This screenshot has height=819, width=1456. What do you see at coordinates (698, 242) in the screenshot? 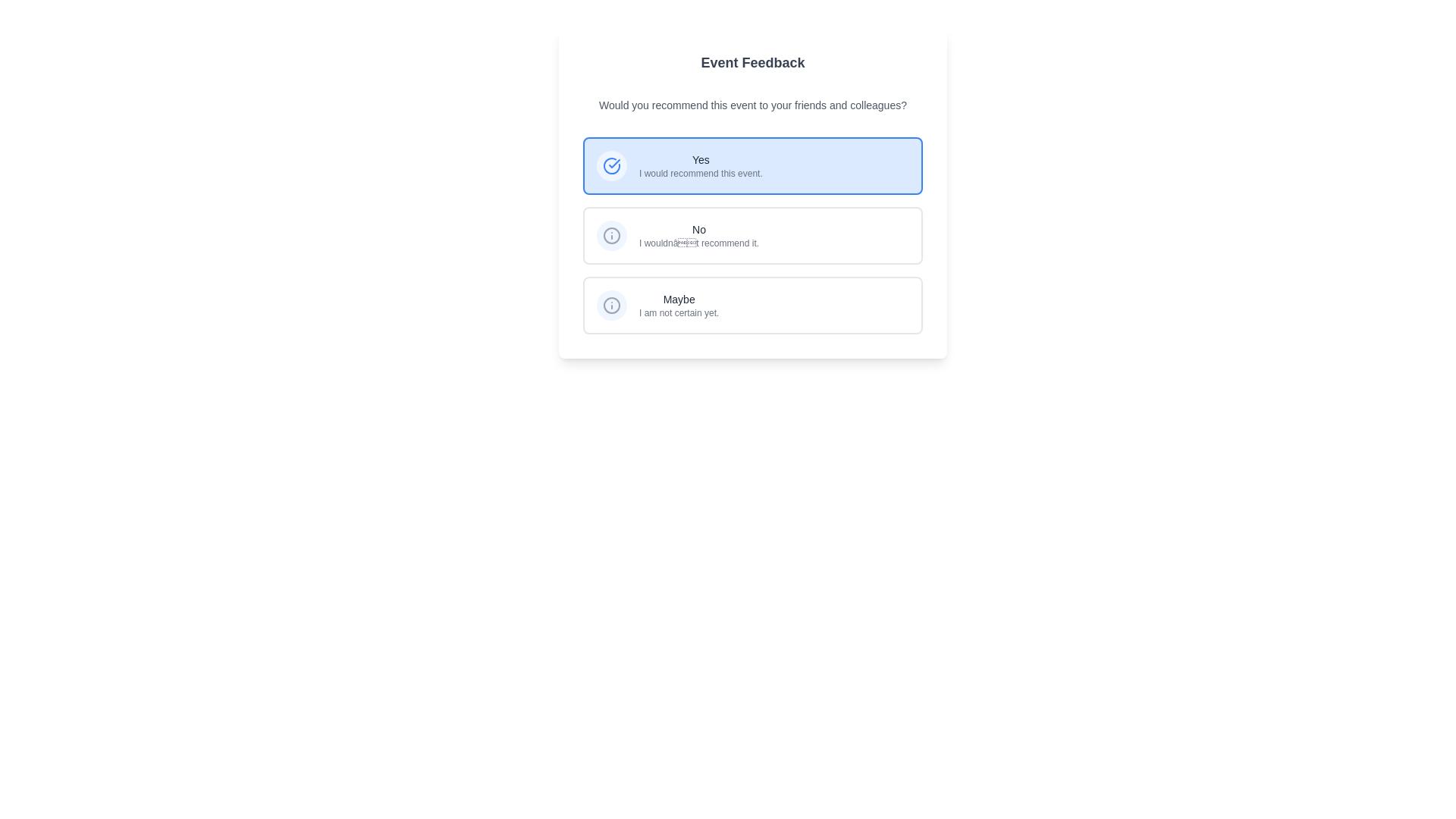
I see `the text label stating 'I wouldn’t recommend it.' which is located beneath the 'No' selection option in the feedback form` at bounding box center [698, 242].